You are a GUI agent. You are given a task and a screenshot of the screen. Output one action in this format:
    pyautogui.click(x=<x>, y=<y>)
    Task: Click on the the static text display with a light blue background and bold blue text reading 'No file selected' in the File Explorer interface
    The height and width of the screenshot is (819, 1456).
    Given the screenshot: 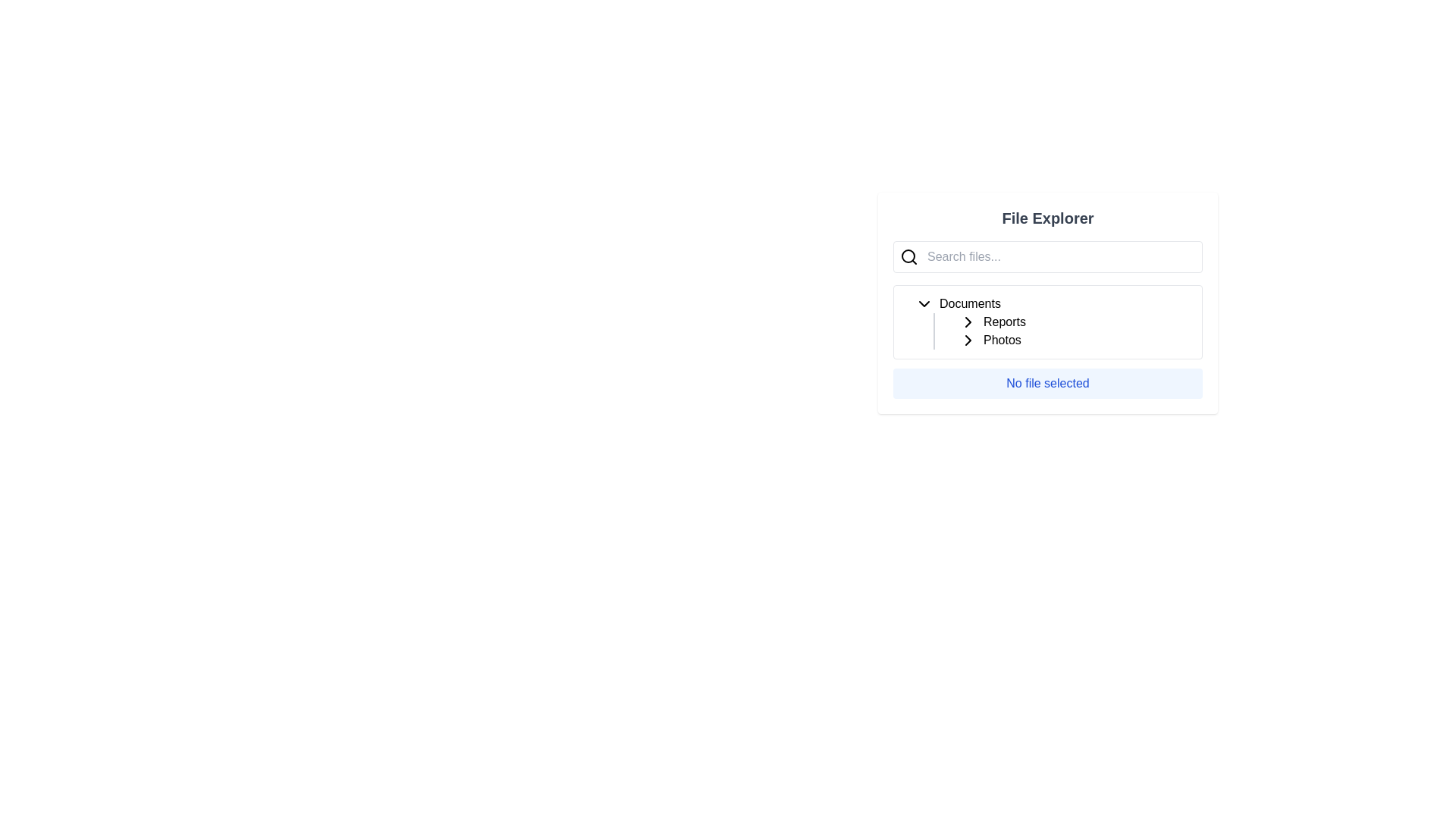 What is the action you would take?
    pyautogui.click(x=1047, y=382)
    